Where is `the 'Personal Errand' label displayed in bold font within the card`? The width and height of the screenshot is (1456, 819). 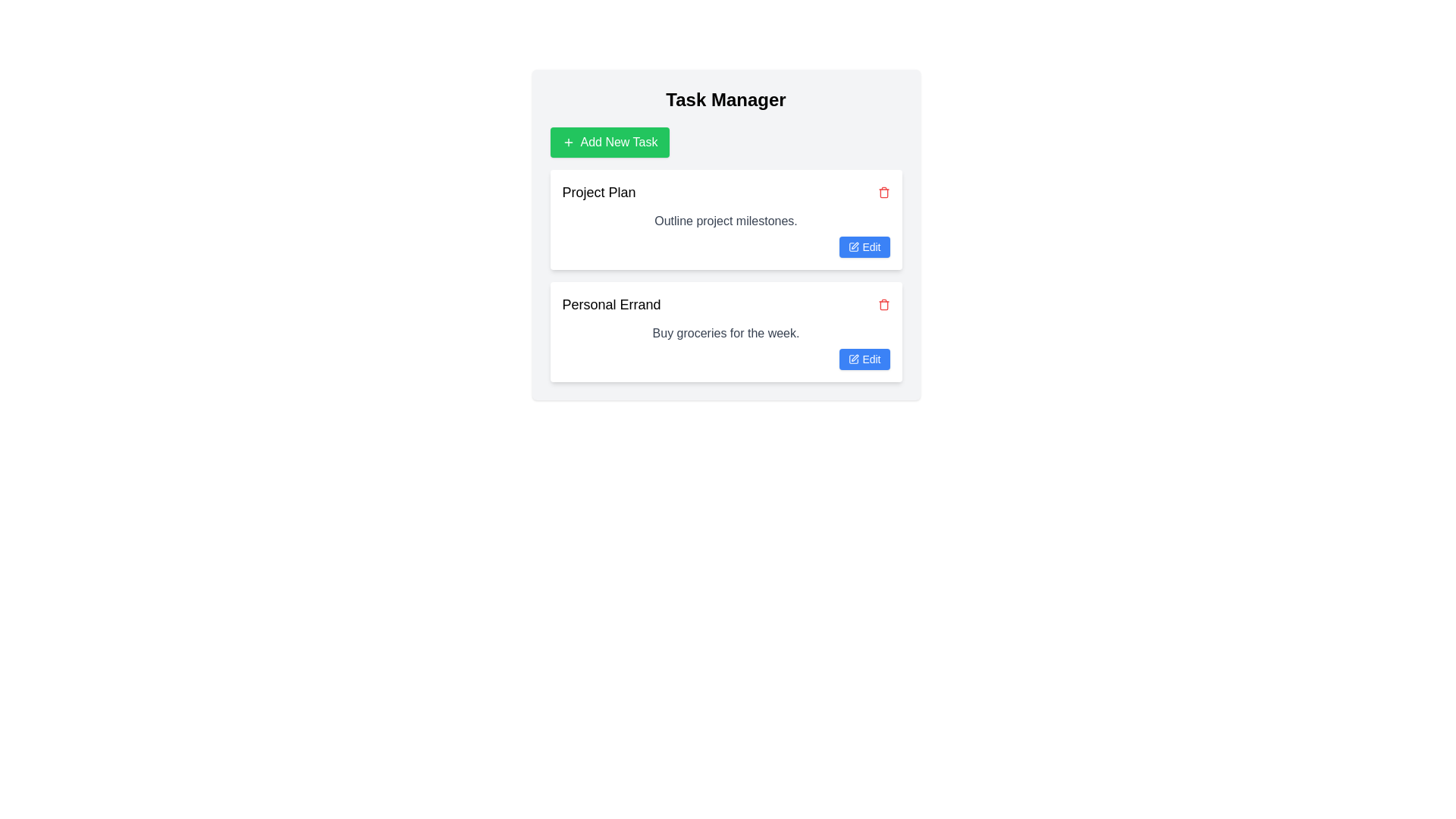 the 'Personal Errand' label displayed in bold font within the card is located at coordinates (611, 304).